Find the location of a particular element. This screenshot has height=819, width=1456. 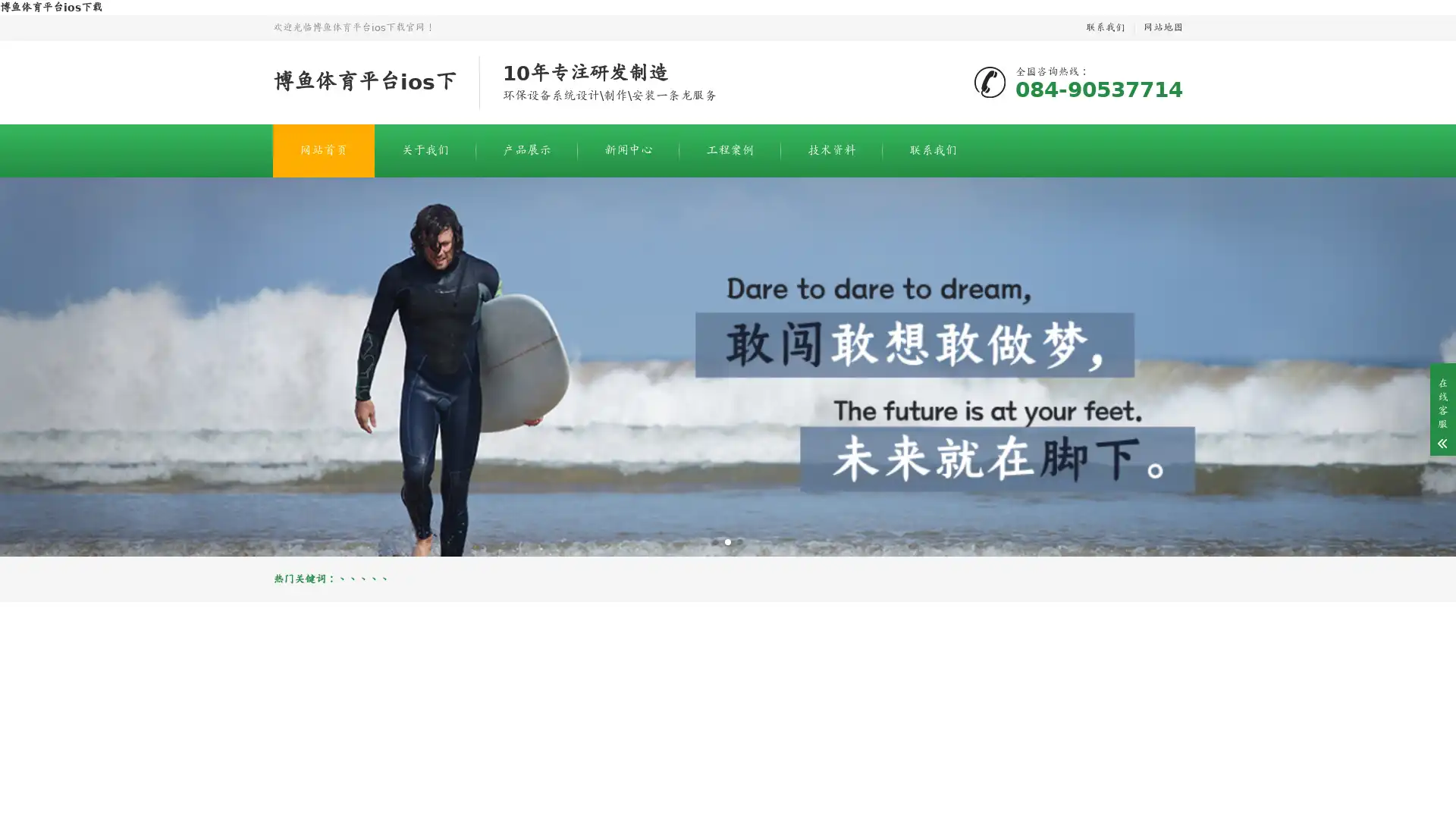

Go to slide 3 is located at coordinates (739, 541).